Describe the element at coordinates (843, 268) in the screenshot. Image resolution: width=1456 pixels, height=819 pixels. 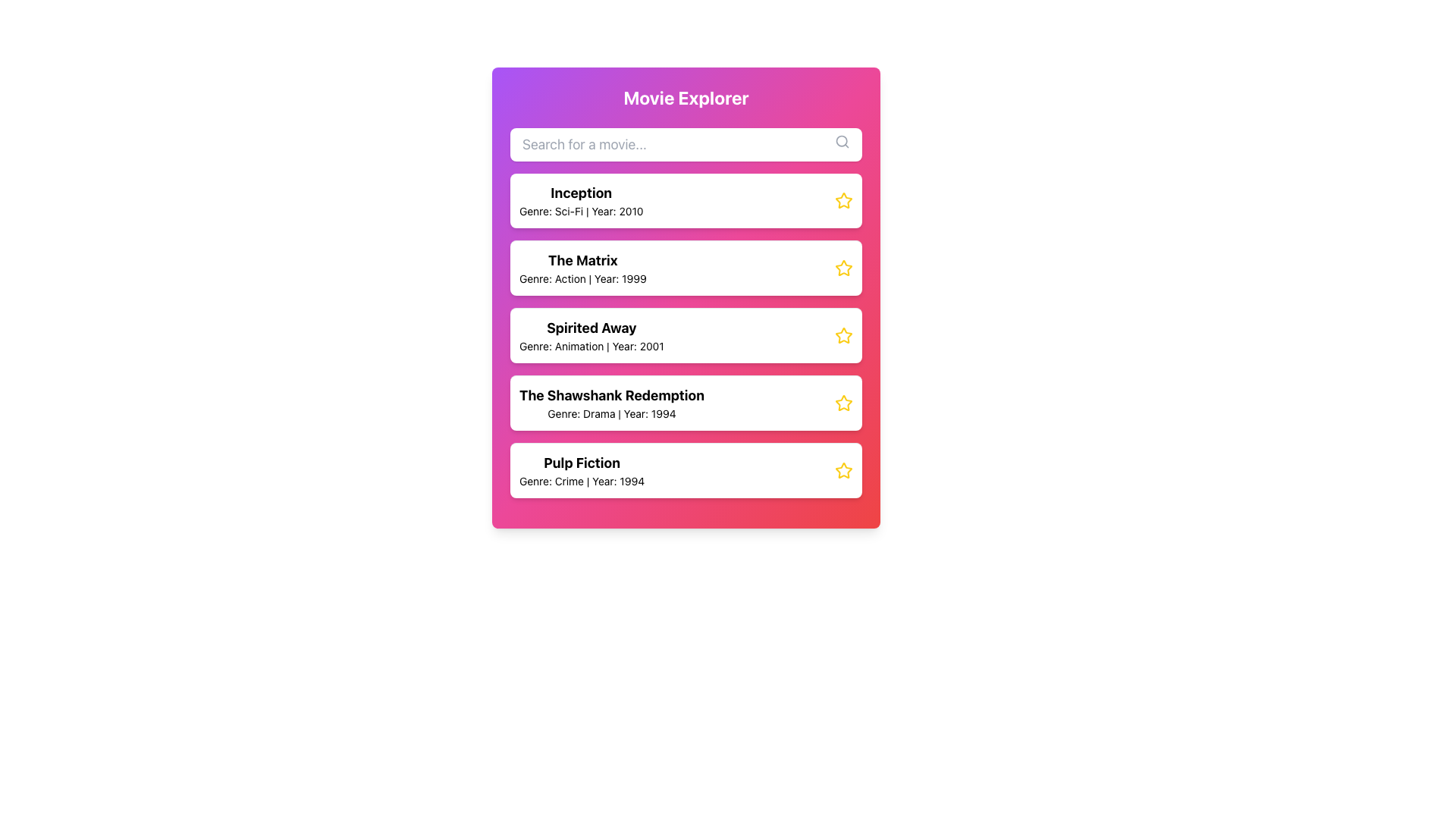
I see `the star icon located at the right end of the list item labeled 'The Matrix'` at that location.